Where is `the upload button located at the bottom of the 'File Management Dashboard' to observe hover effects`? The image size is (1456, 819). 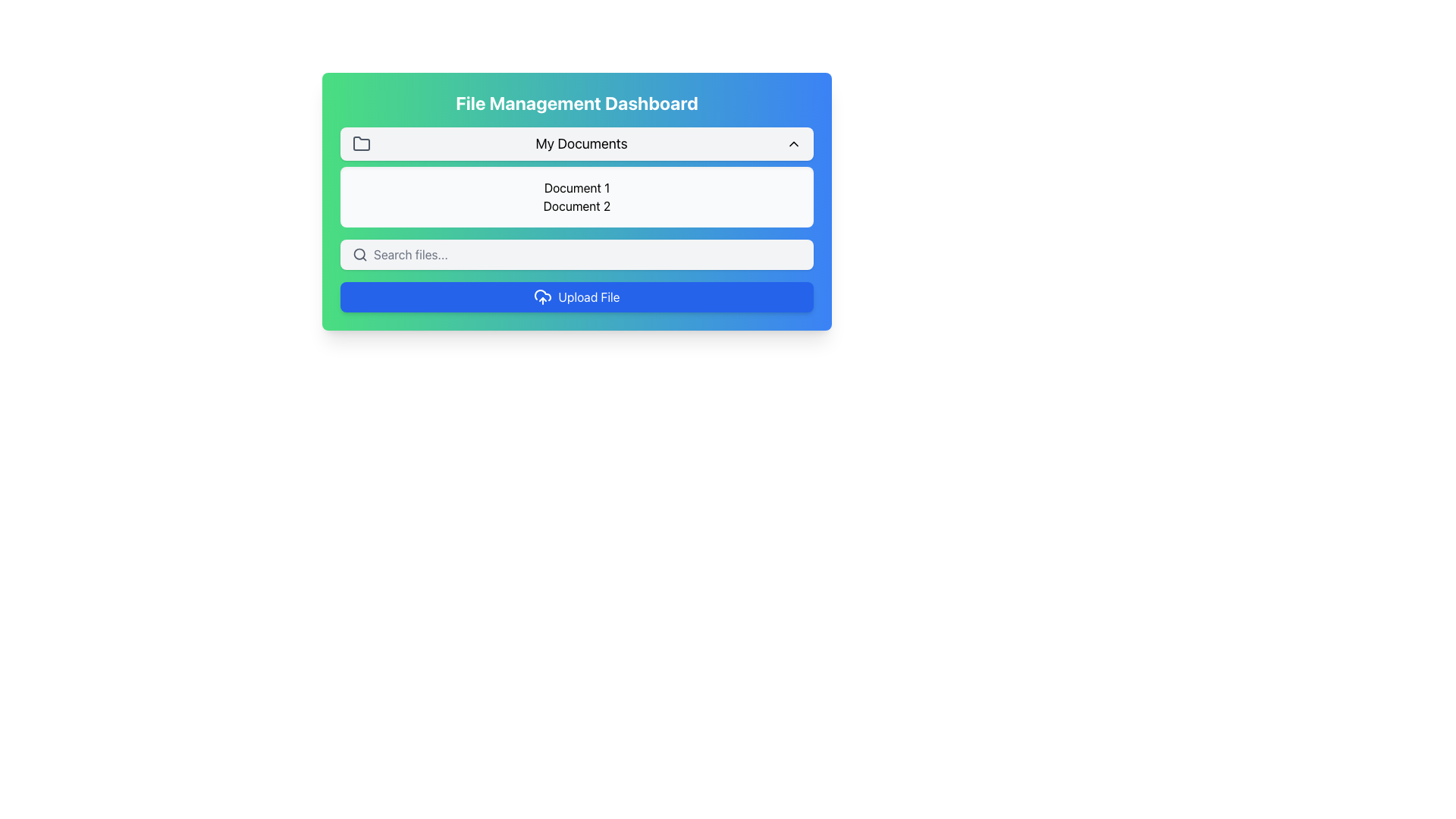 the upload button located at the bottom of the 'File Management Dashboard' to observe hover effects is located at coordinates (576, 297).